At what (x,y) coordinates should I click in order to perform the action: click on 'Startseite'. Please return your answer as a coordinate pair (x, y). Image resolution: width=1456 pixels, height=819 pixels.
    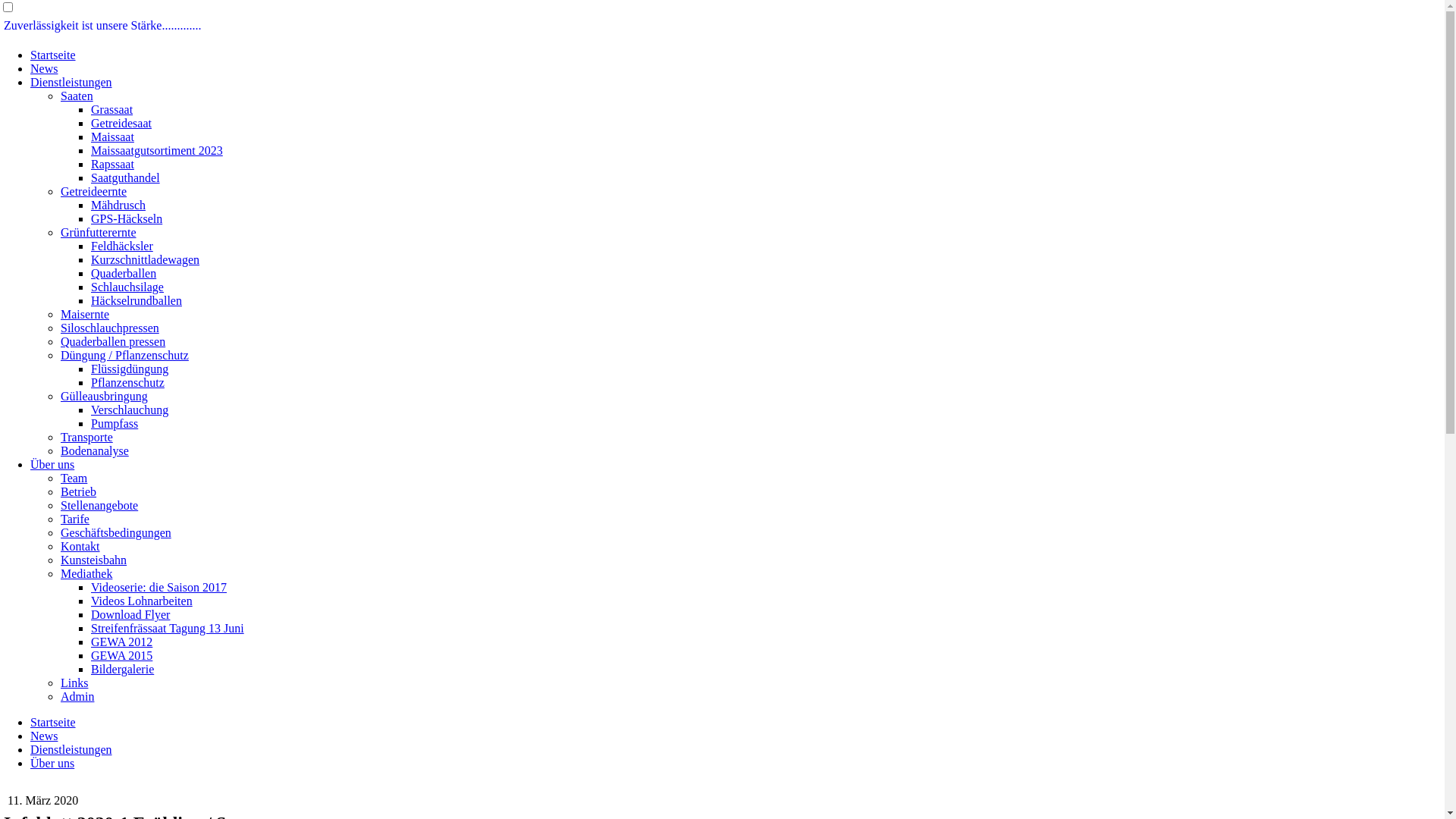
    Looking at the image, I should click on (53, 721).